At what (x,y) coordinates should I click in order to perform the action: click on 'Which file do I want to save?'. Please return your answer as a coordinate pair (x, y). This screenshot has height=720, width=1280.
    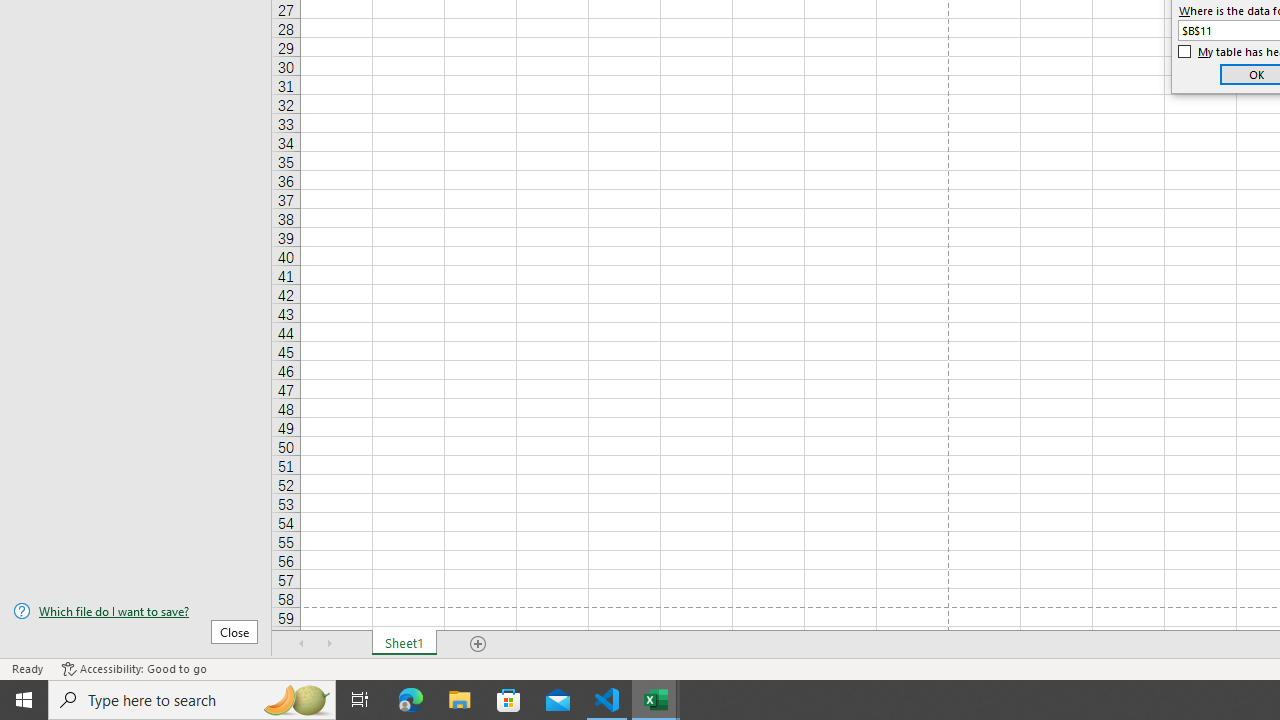
    Looking at the image, I should click on (135, 610).